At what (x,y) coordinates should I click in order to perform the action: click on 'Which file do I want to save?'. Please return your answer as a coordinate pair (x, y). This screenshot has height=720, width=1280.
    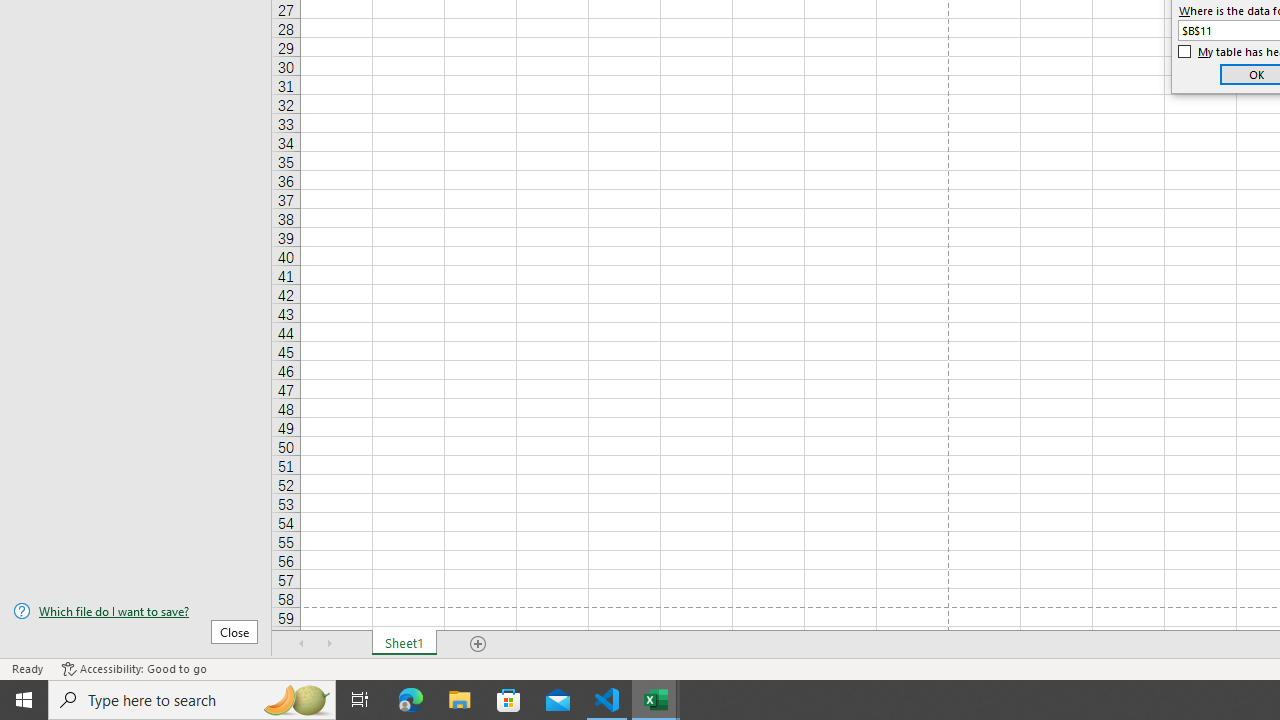
    Looking at the image, I should click on (135, 610).